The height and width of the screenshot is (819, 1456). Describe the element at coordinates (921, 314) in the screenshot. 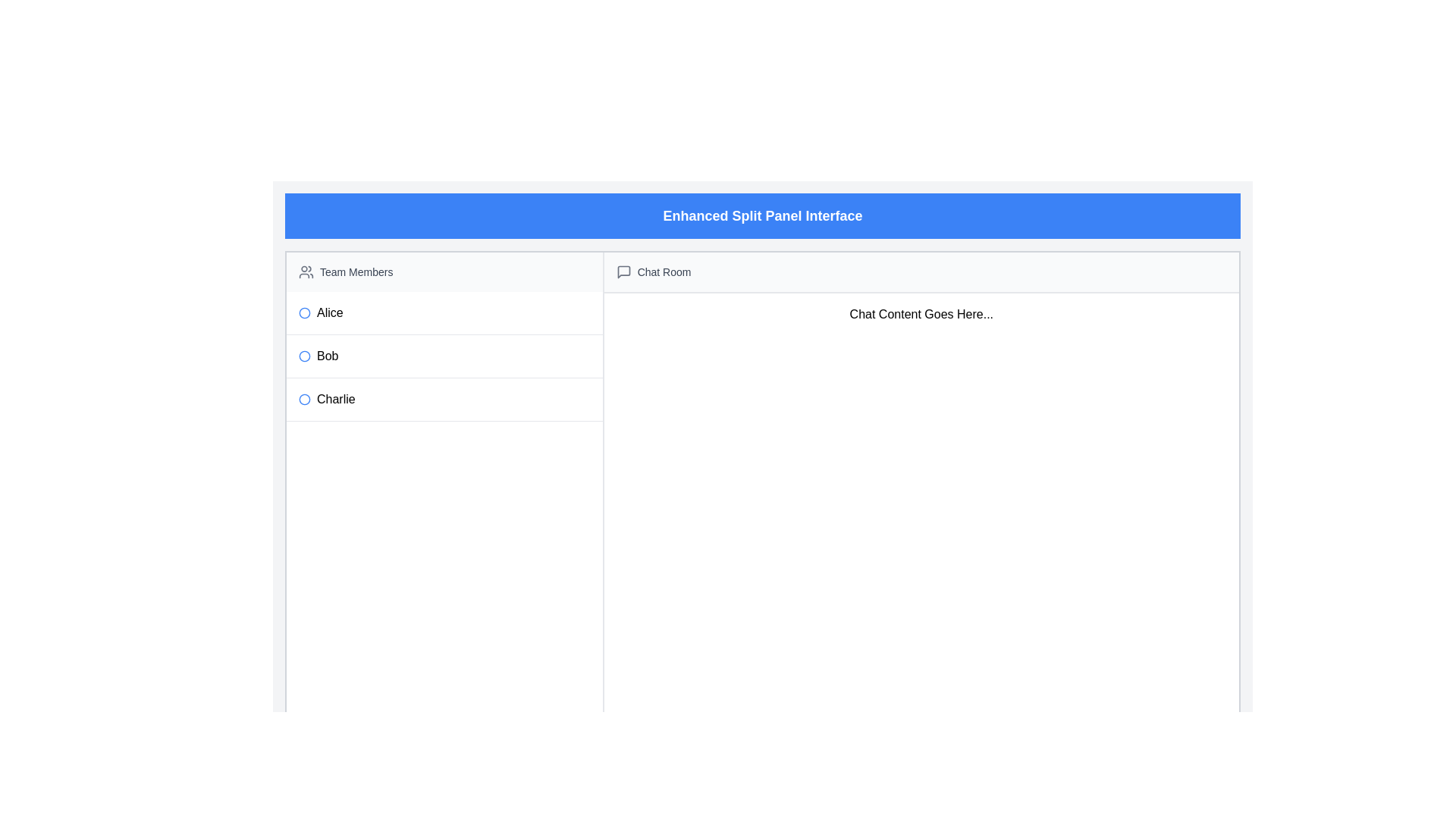

I see `the text block displaying 'Chat Content Goes Here...' in the chat interface` at that location.